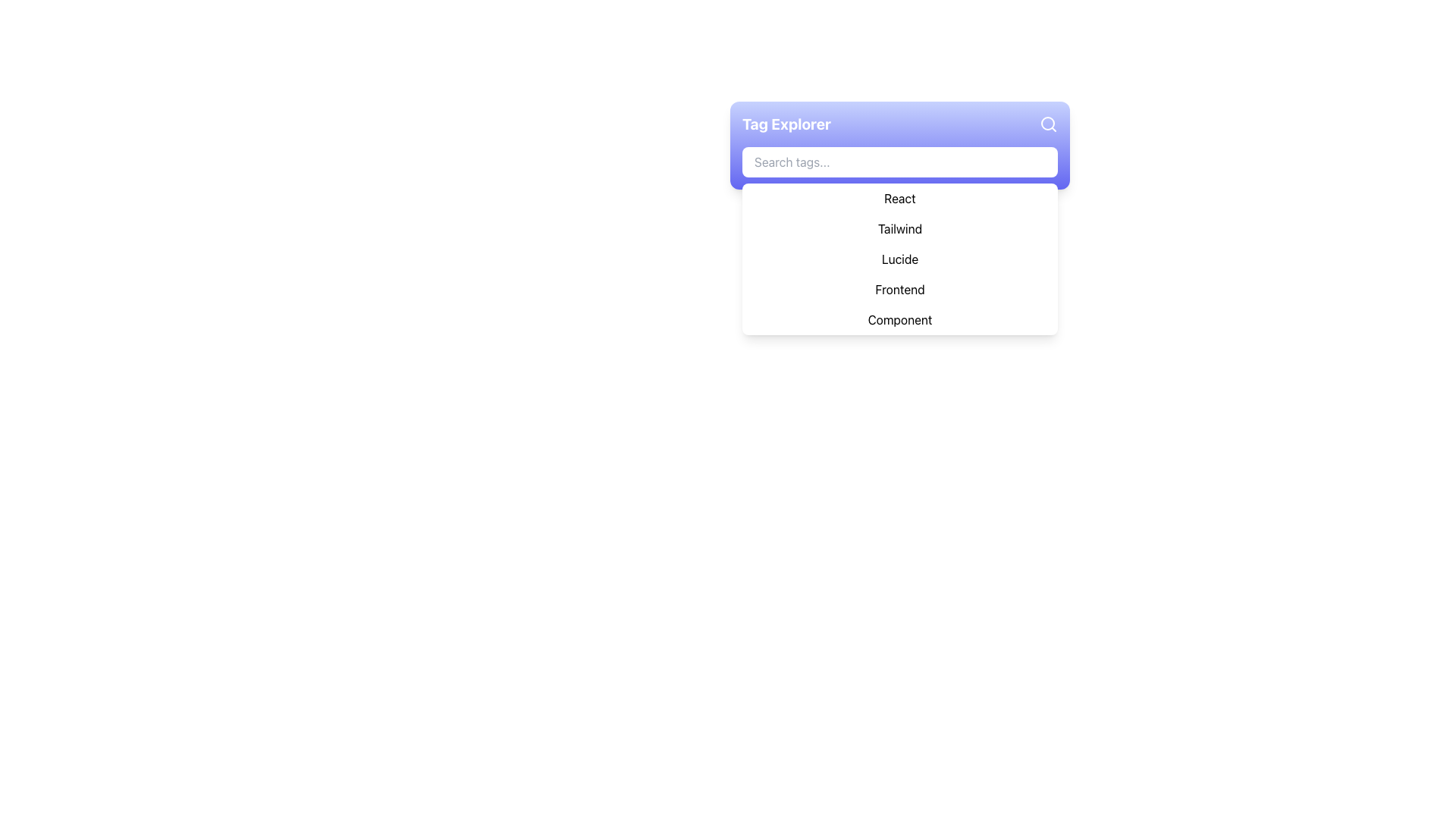 The width and height of the screenshot is (1456, 819). What do you see at coordinates (899, 228) in the screenshot?
I see `the second text-based selectable list item labeled 'Tailwind' in the 'Tag Explorer' component` at bounding box center [899, 228].